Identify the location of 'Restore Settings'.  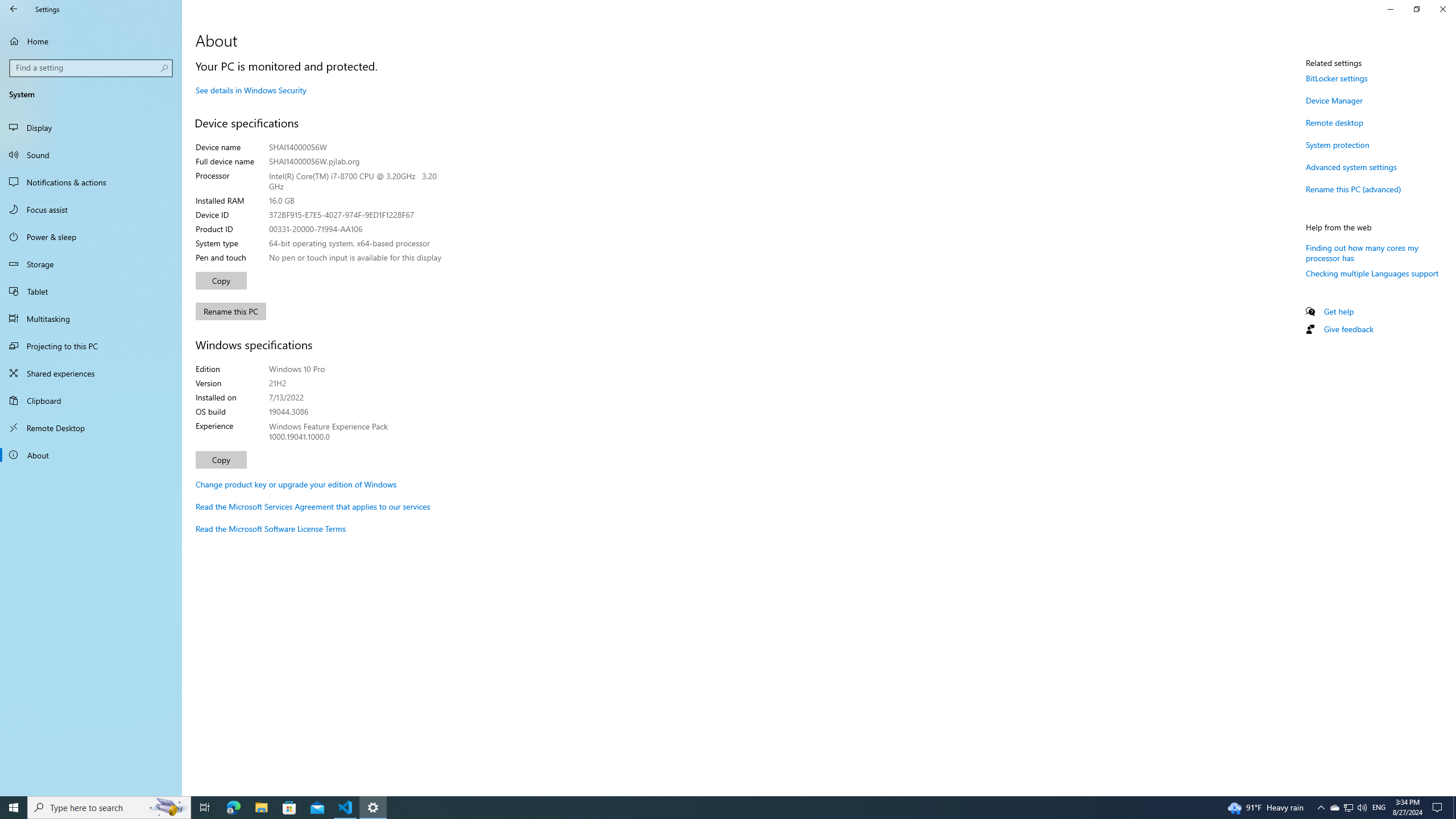
(1416, 9).